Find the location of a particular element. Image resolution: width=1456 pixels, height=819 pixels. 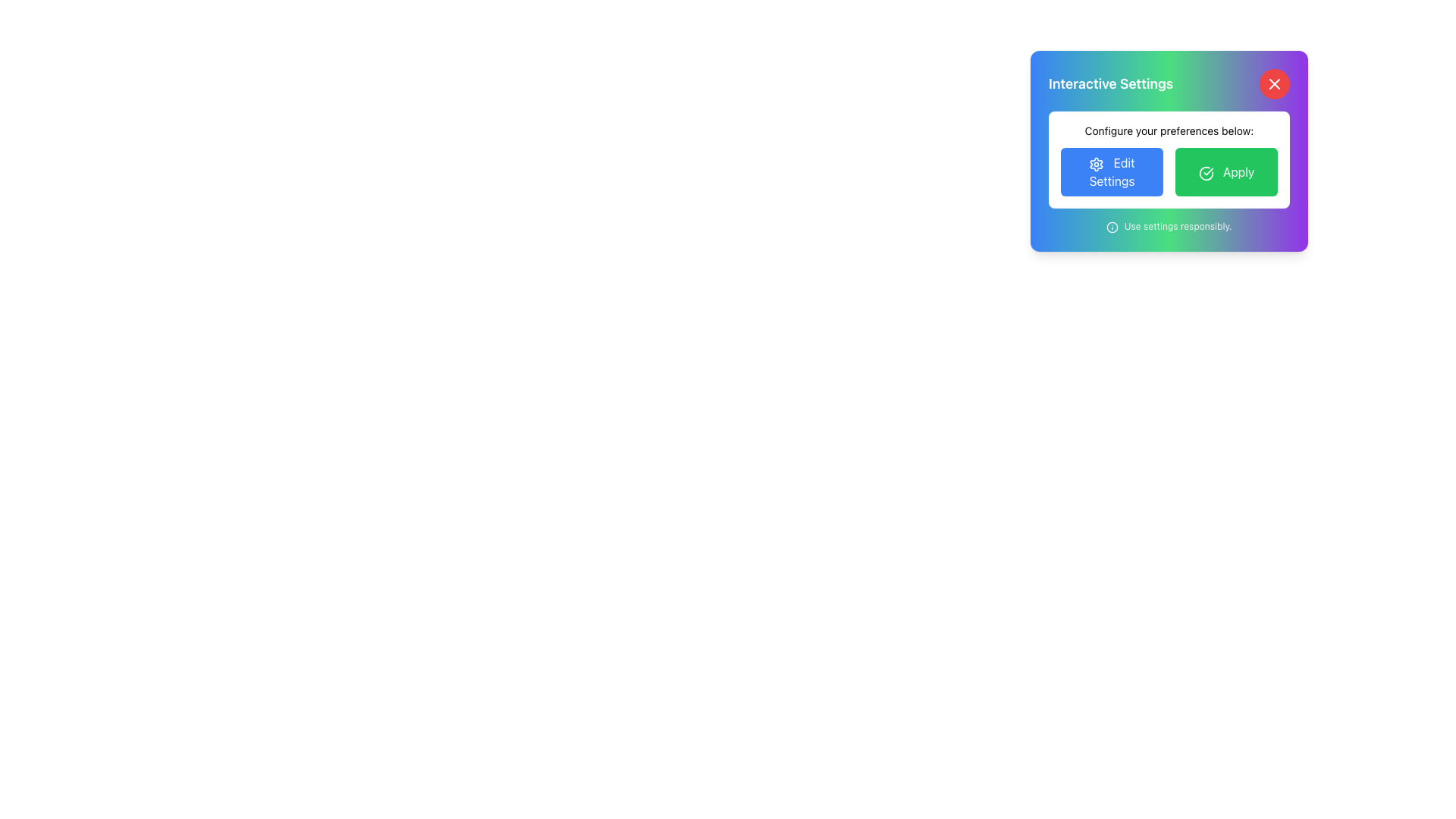

the 'Apply' icon, which is a visual indicator with a check mark located to the left of the text 'Apply' on the button at the bottom-right corner of the 'Interactive Settings' card interface is located at coordinates (1205, 172).